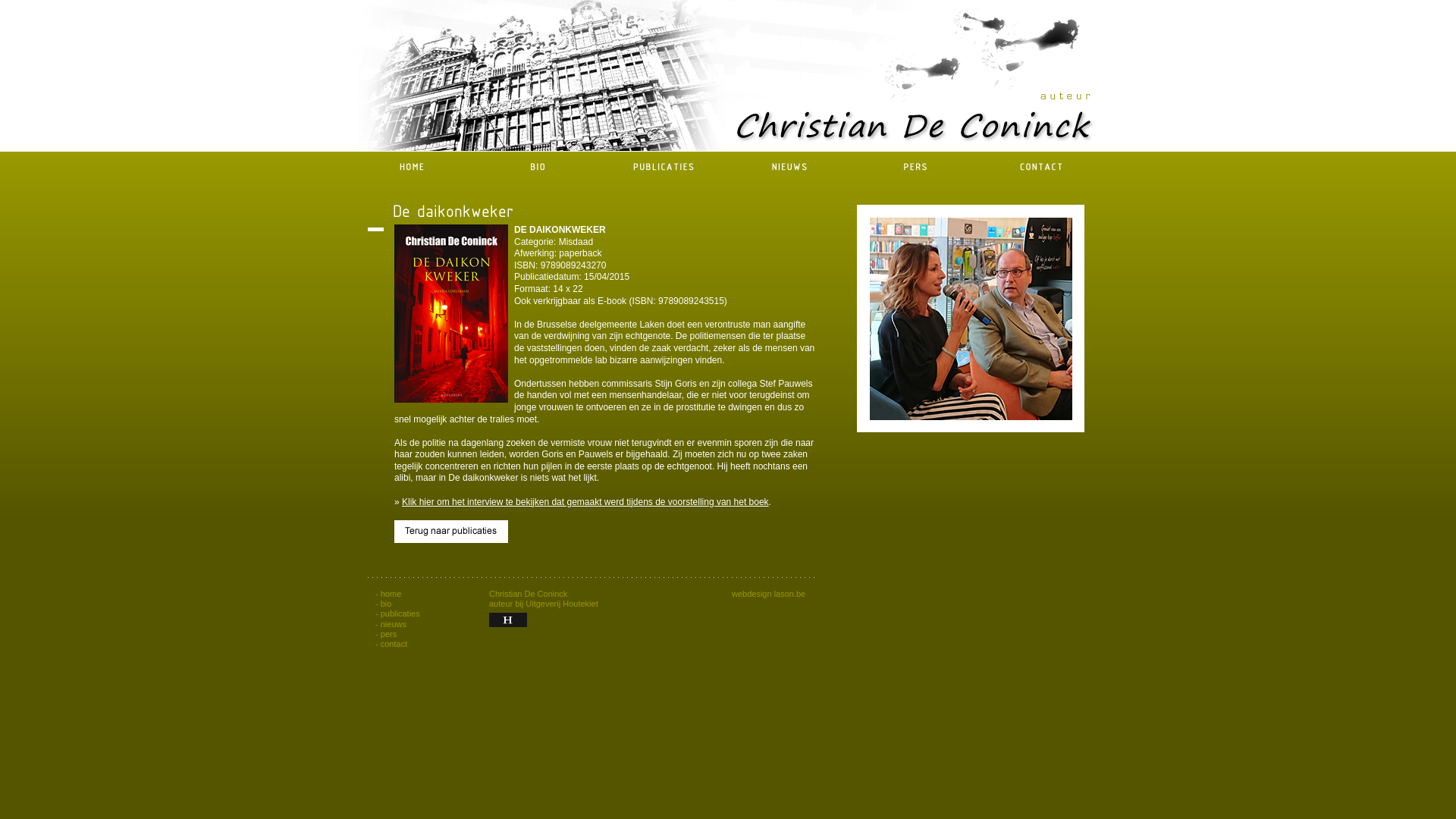 The height and width of the screenshot is (819, 1456). I want to click on 'Christian De Coninck bij Uitgeverij Houtekiet', so click(508, 620).